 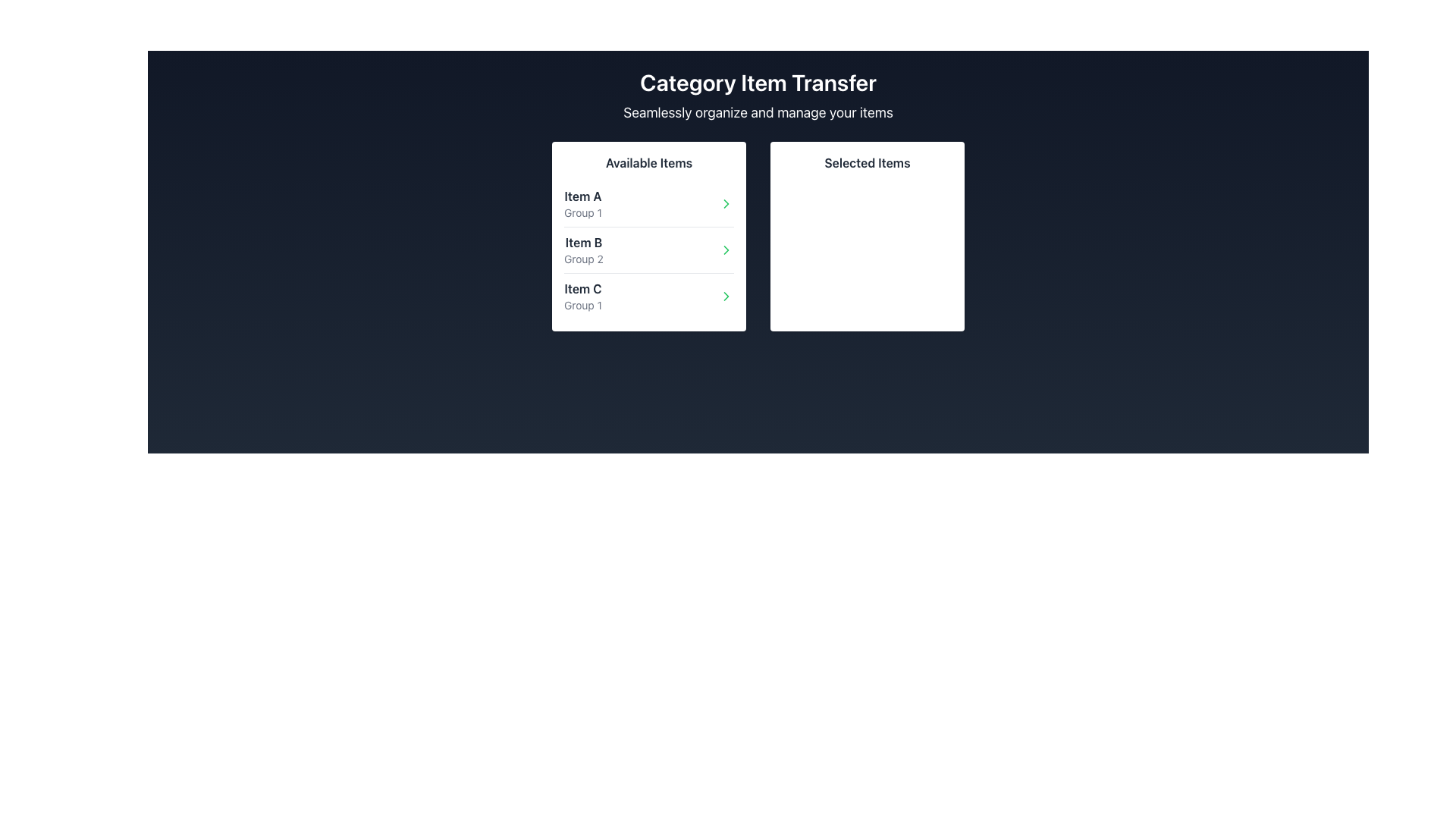 I want to click on the button for transferring 'Item A' from the 'Available Items' list to the 'Selected Items' list, so click(x=726, y=203).